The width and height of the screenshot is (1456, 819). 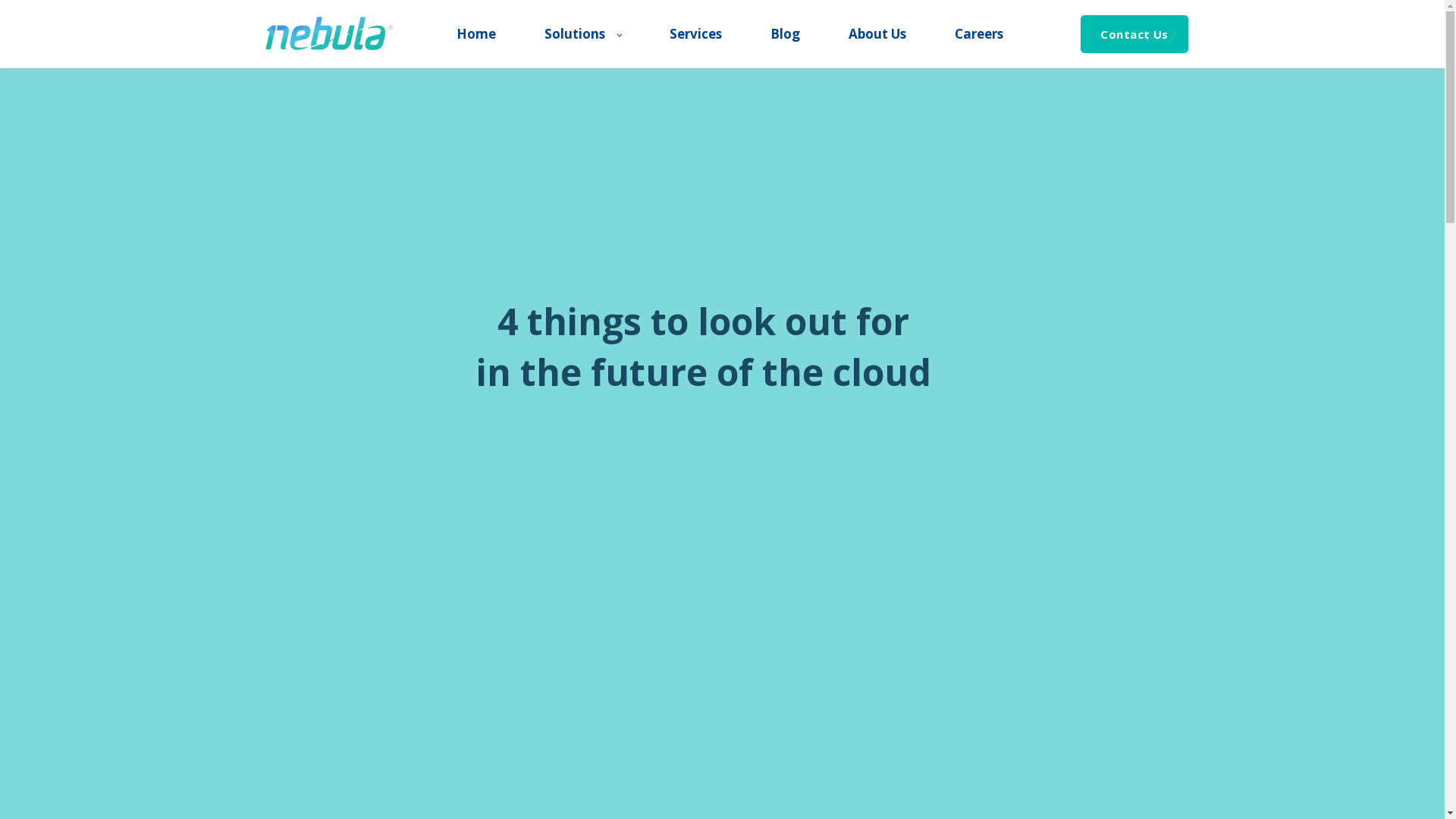 I want to click on 'Contact Us', so click(x=1134, y=34).